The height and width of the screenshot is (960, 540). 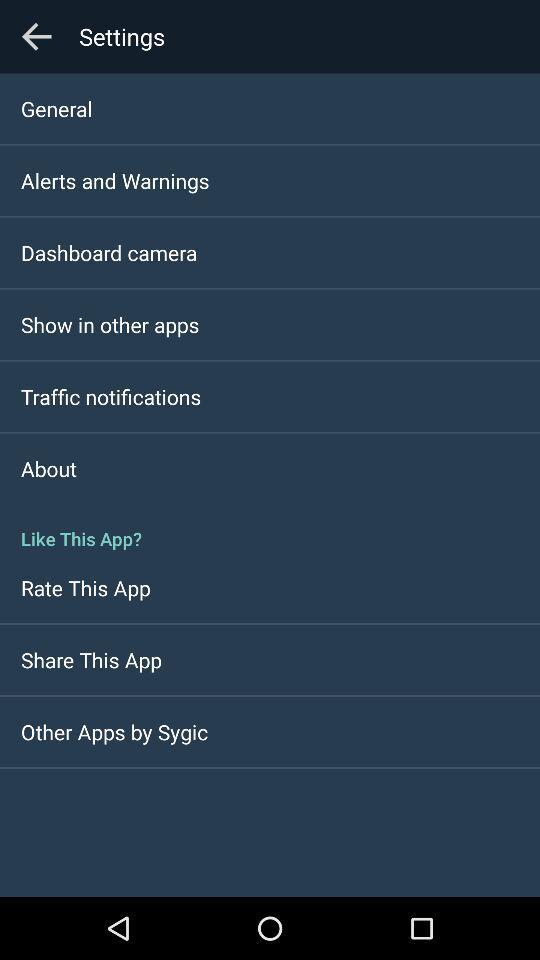 I want to click on the app above the show in other app, so click(x=109, y=251).